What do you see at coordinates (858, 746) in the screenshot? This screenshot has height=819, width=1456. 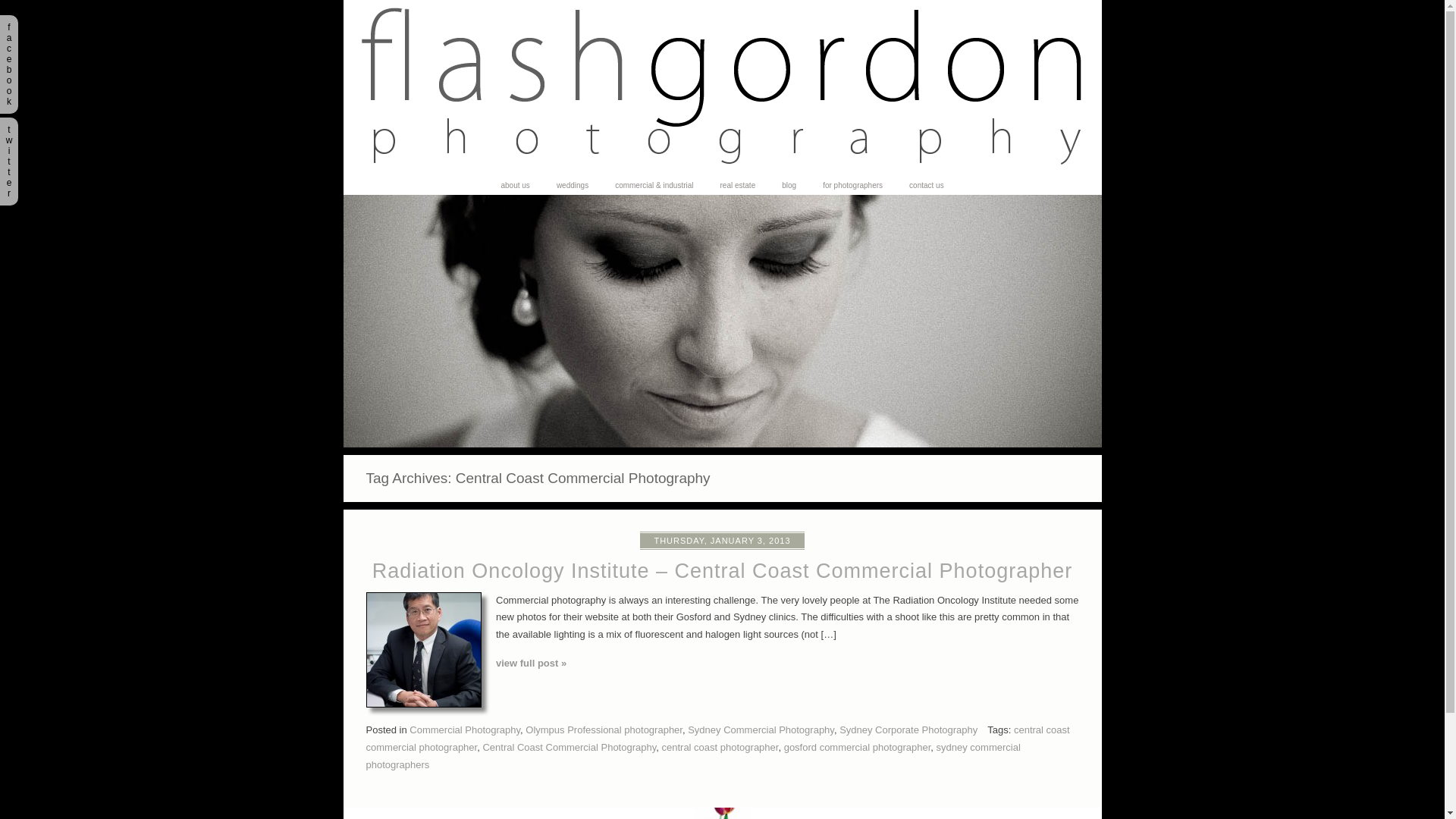 I see `'gosford commercial photographer'` at bounding box center [858, 746].